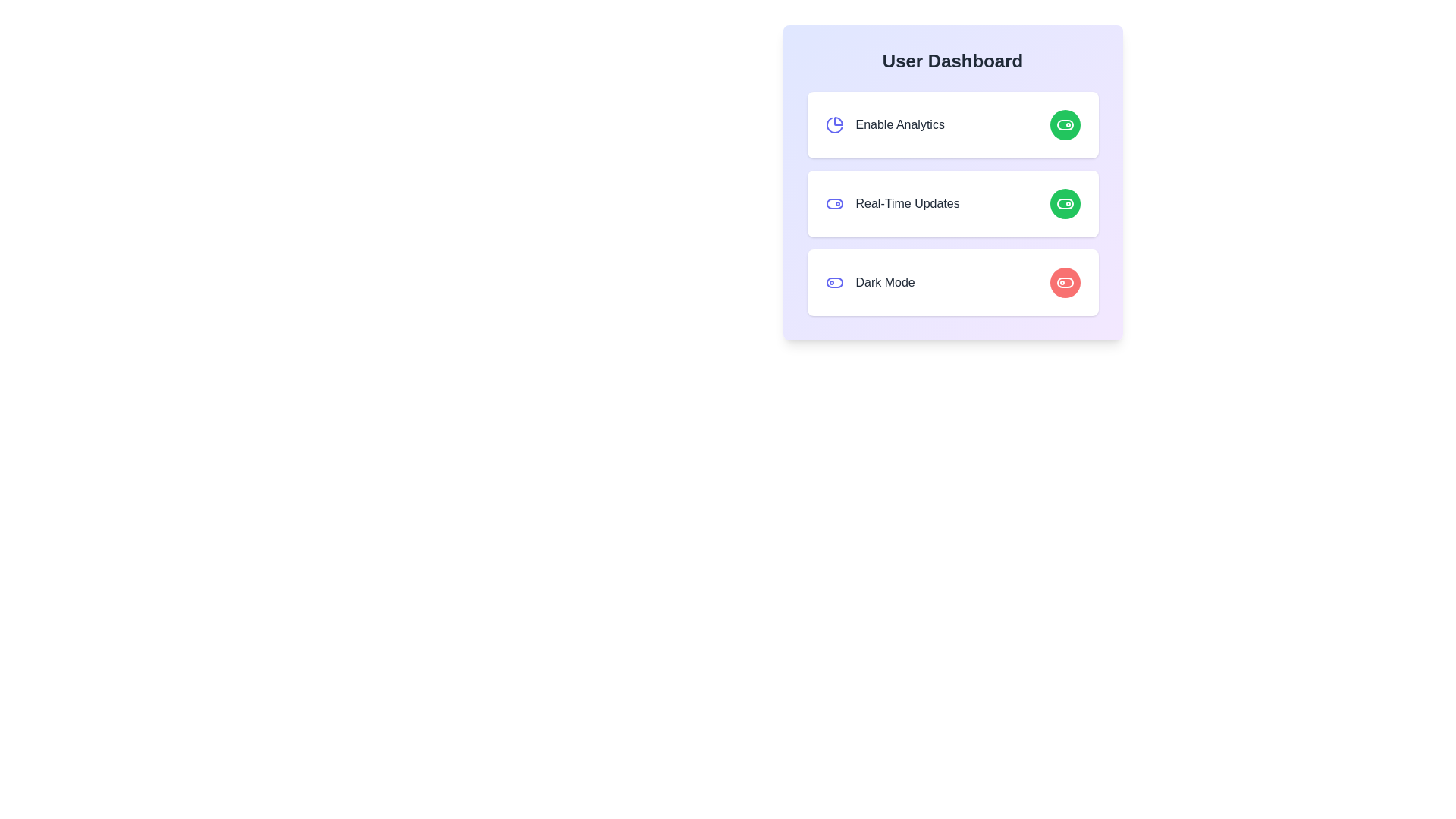 The height and width of the screenshot is (819, 1456). What do you see at coordinates (833, 283) in the screenshot?
I see `the Background element of the toggle switch located in the User Dashboard panel next to the Dark Mode label` at bounding box center [833, 283].